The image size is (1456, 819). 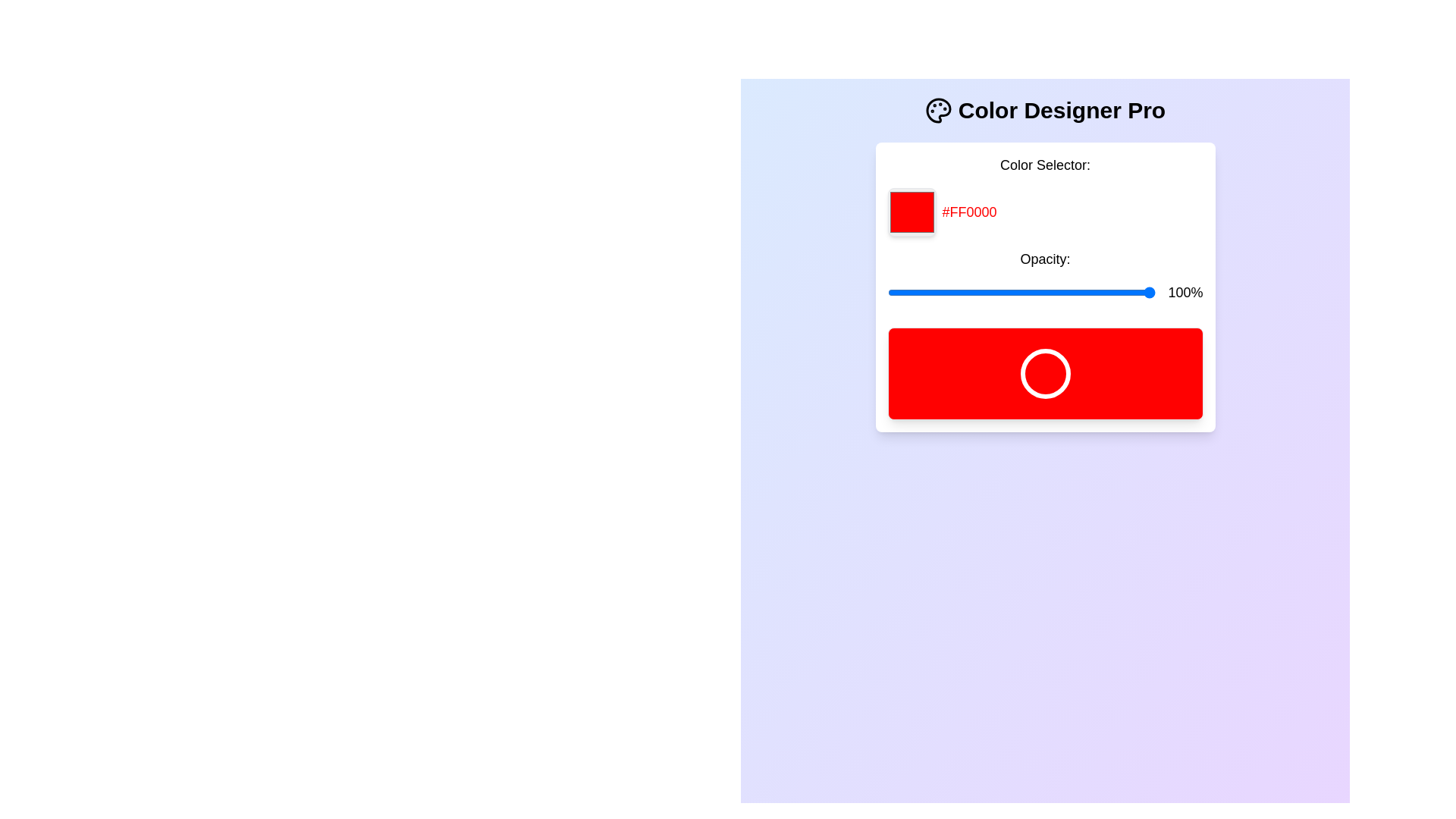 I want to click on the Decorative icon located at the top of the interface within the 'Color Designer Pro' logo area, so click(x=937, y=110).